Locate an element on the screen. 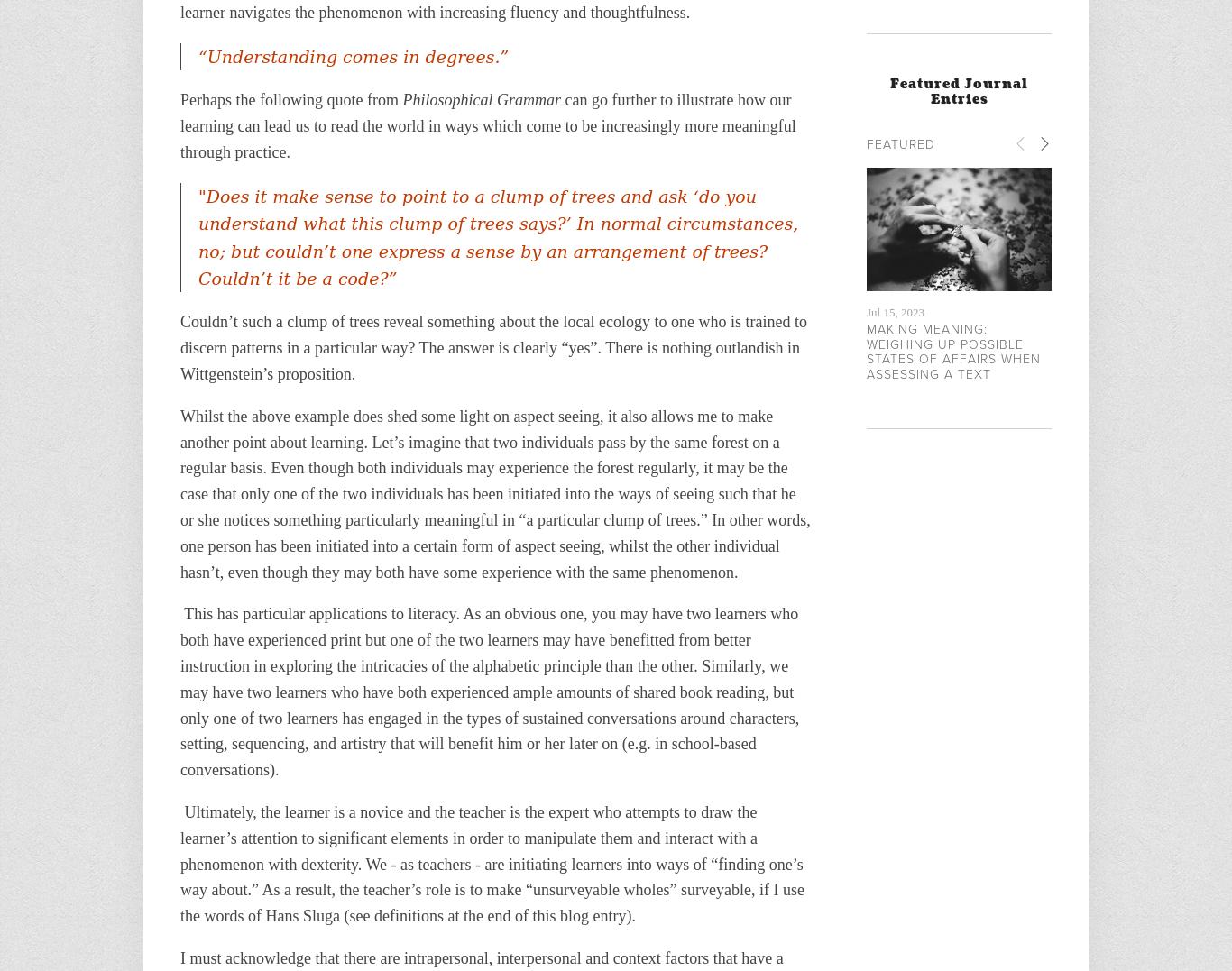 The image size is (1232, 971). '“Understanding comes in degrees.”' is located at coordinates (353, 57).